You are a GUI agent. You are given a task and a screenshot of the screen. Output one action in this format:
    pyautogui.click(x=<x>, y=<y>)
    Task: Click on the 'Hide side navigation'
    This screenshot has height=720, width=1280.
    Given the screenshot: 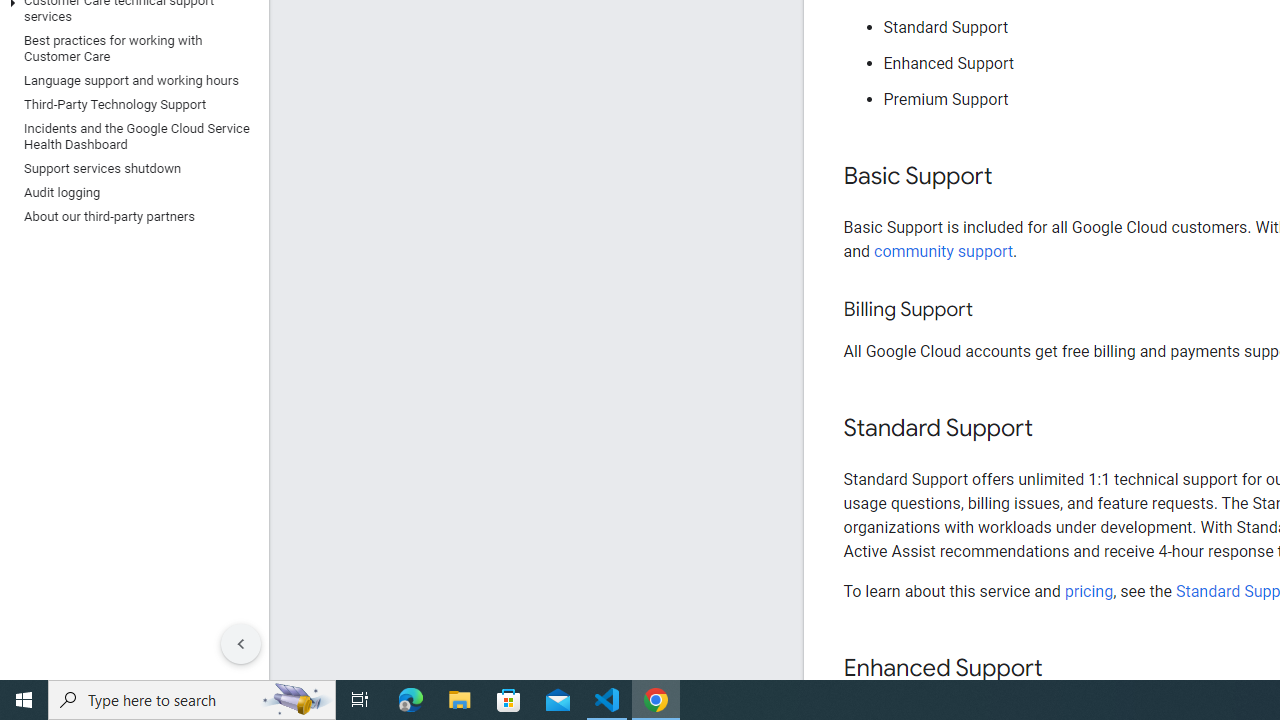 What is the action you would take?
    pyautogui.click(x=240, y=644)
    